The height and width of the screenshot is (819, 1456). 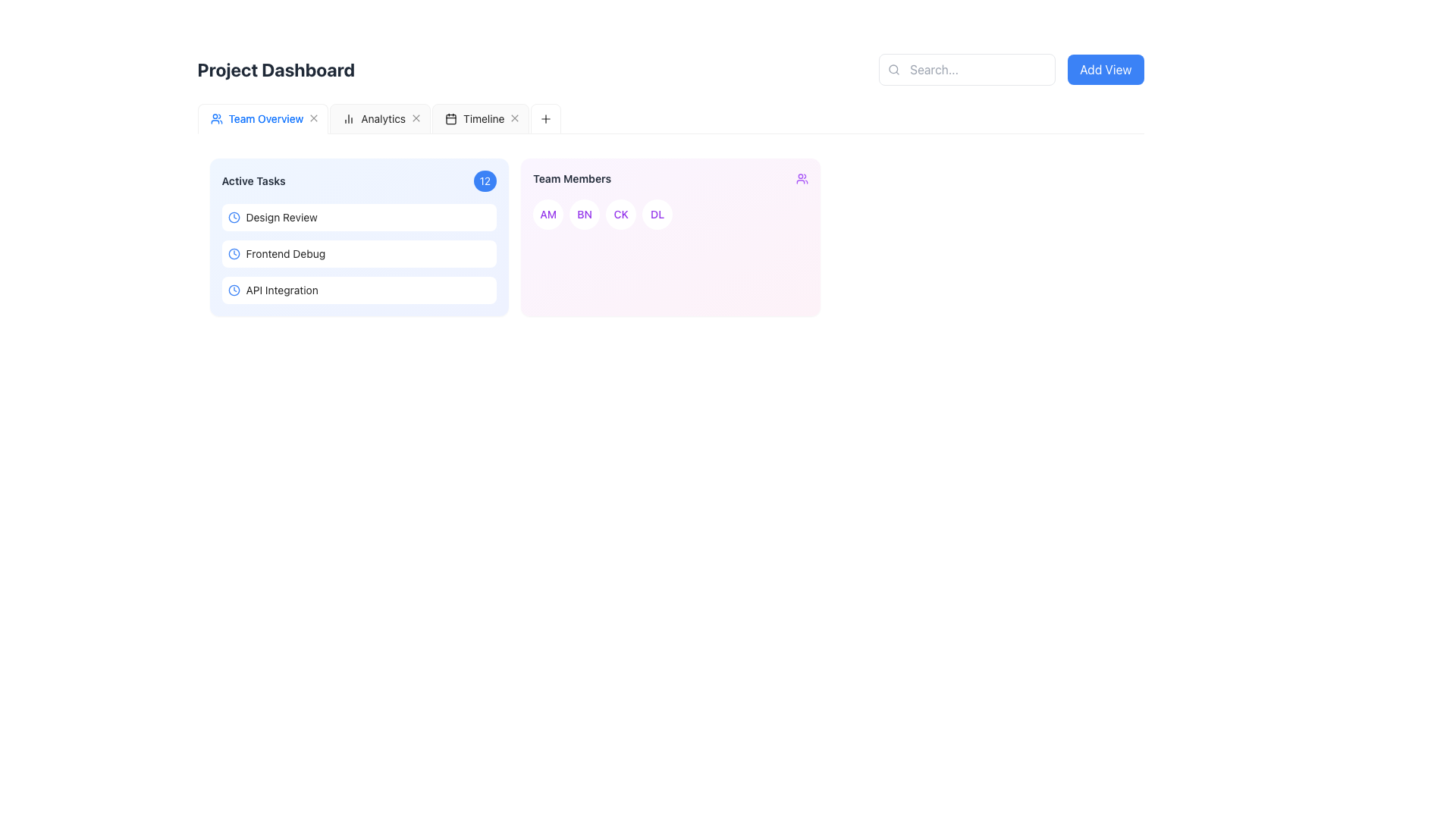 What do you see at coordinates (256, 118) in the screenshot?
I see `the 'Team Overview' tab located at the top-center of the interface, which is the first tab on the left in the tab row` at bounding box center [256, 118].